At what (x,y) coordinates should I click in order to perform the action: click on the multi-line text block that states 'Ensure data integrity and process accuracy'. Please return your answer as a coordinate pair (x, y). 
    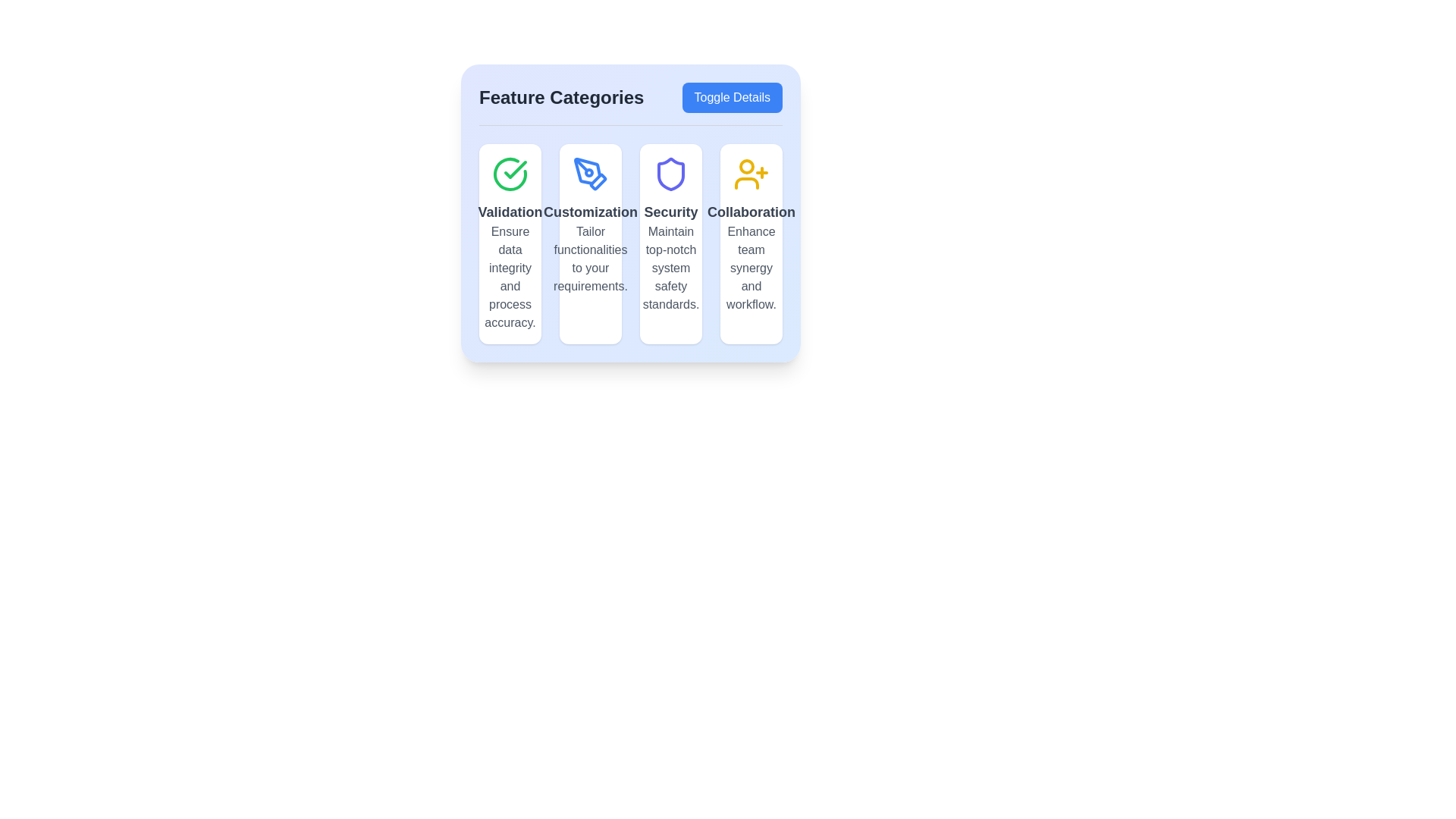
    Looking at the image, I should click on (510, 278).